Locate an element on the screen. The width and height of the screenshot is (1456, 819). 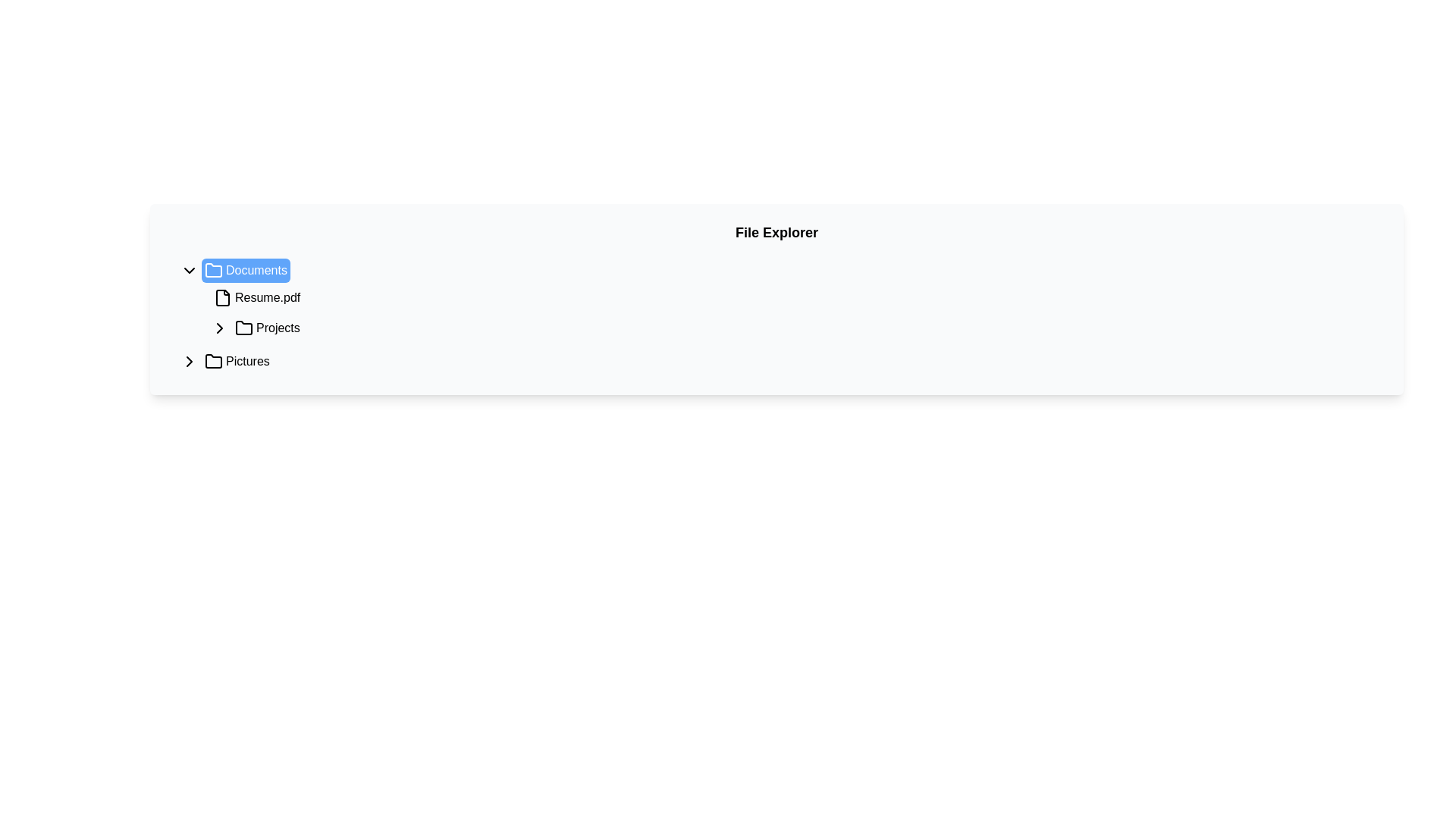
the right-facing chevron icon located to the left of the 'Projects' folder title is located at coordinates (188, 362).